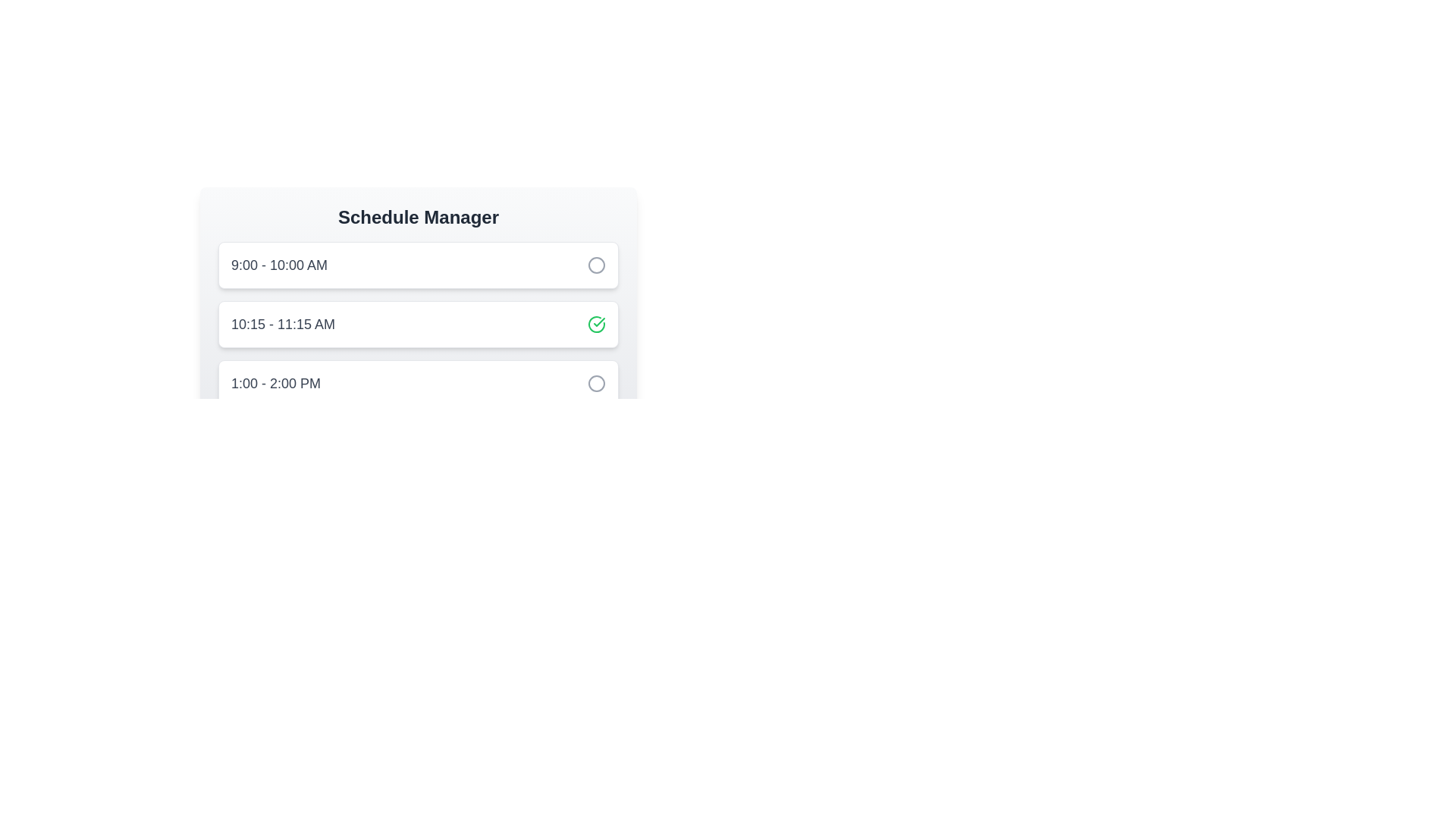 The image size is (1456, 819). I want to click on the timeslot corresponding to 3, so click(419, 382).